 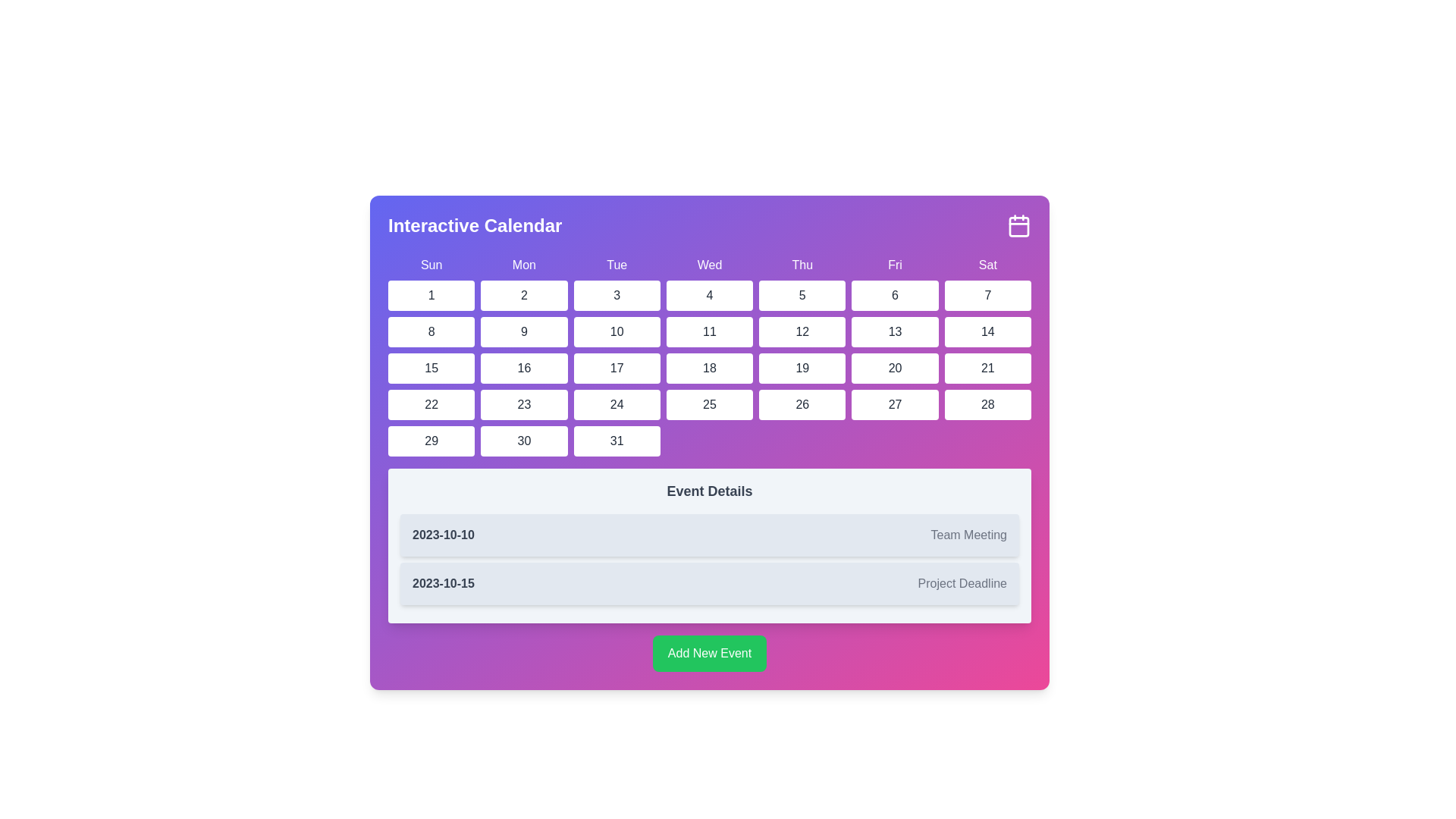 What do you see at coordinates (895, 265) in the screenshot?
I see `the text label for Friday in the calendar's weekday header, which is the sixth element positioned between 'Thu' and 'Sat'` at bounding box center [895, 265].